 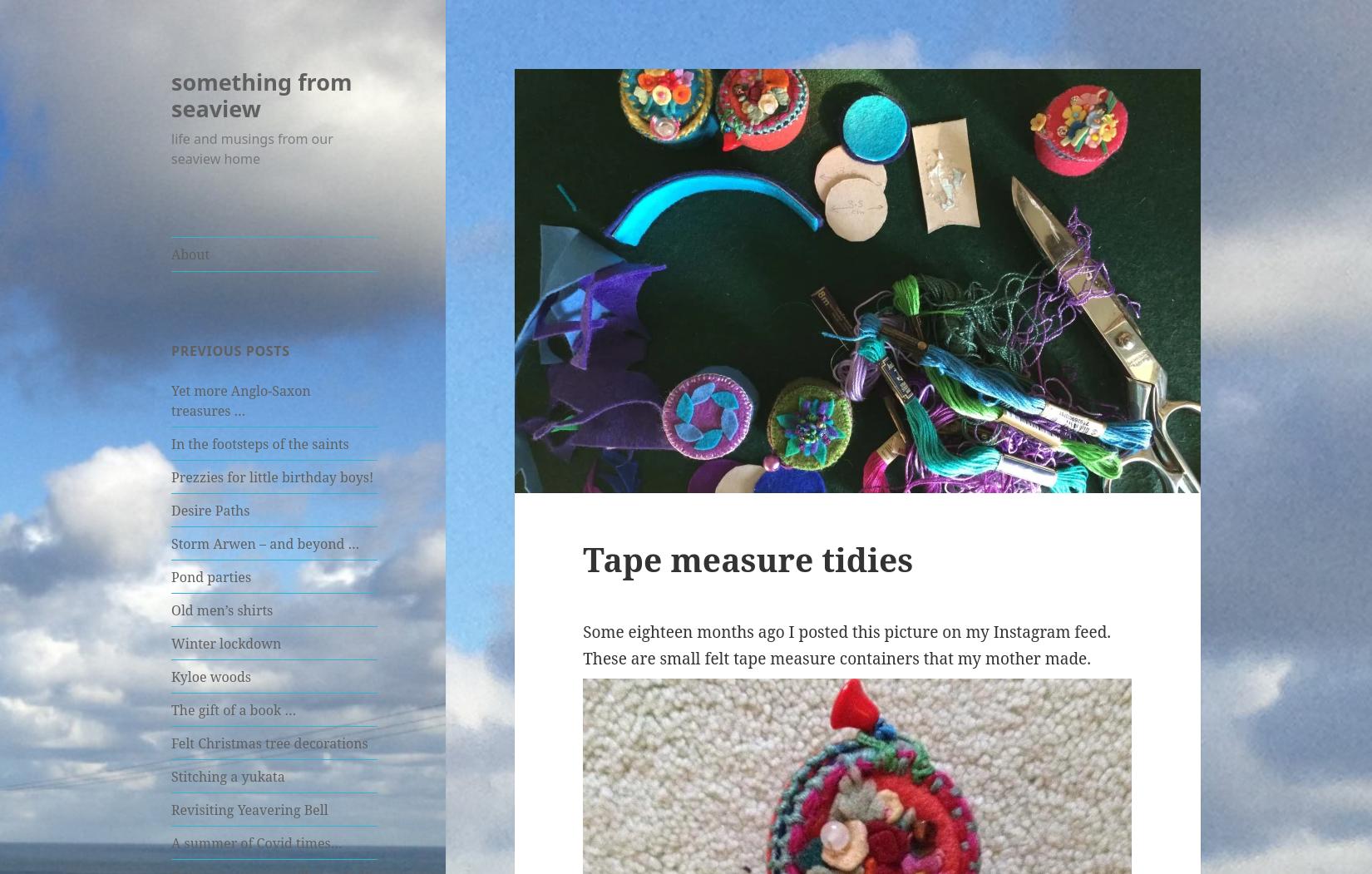 What do you see at coordinates (261, 94) in the screenshot?
I see `'something from seaview'` at bounding box center [261, 94].